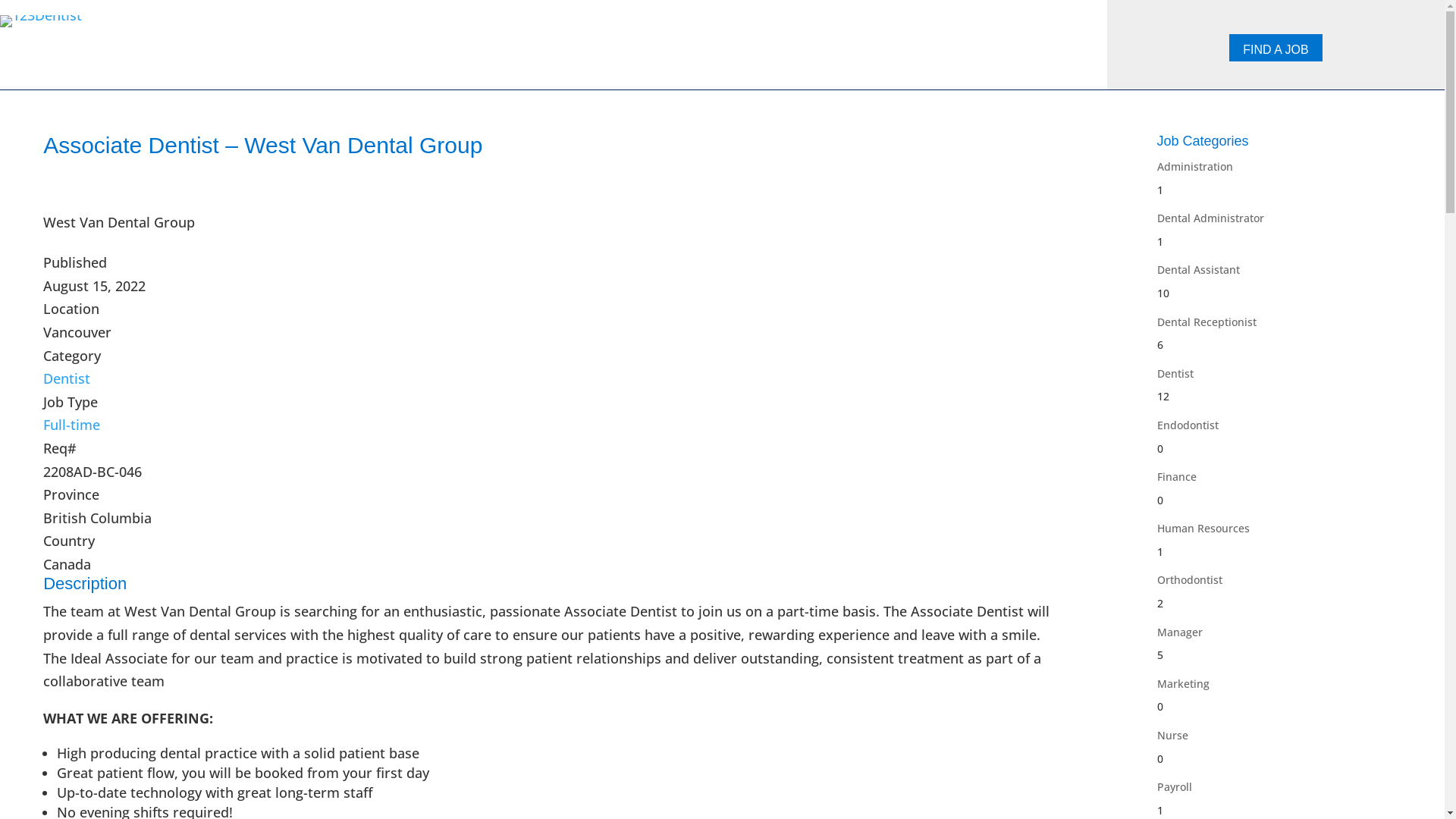  What do you see at coordinates (1175, 475) in the screenshot?
I see `'Finance'` at bounding box center [1175, 475].